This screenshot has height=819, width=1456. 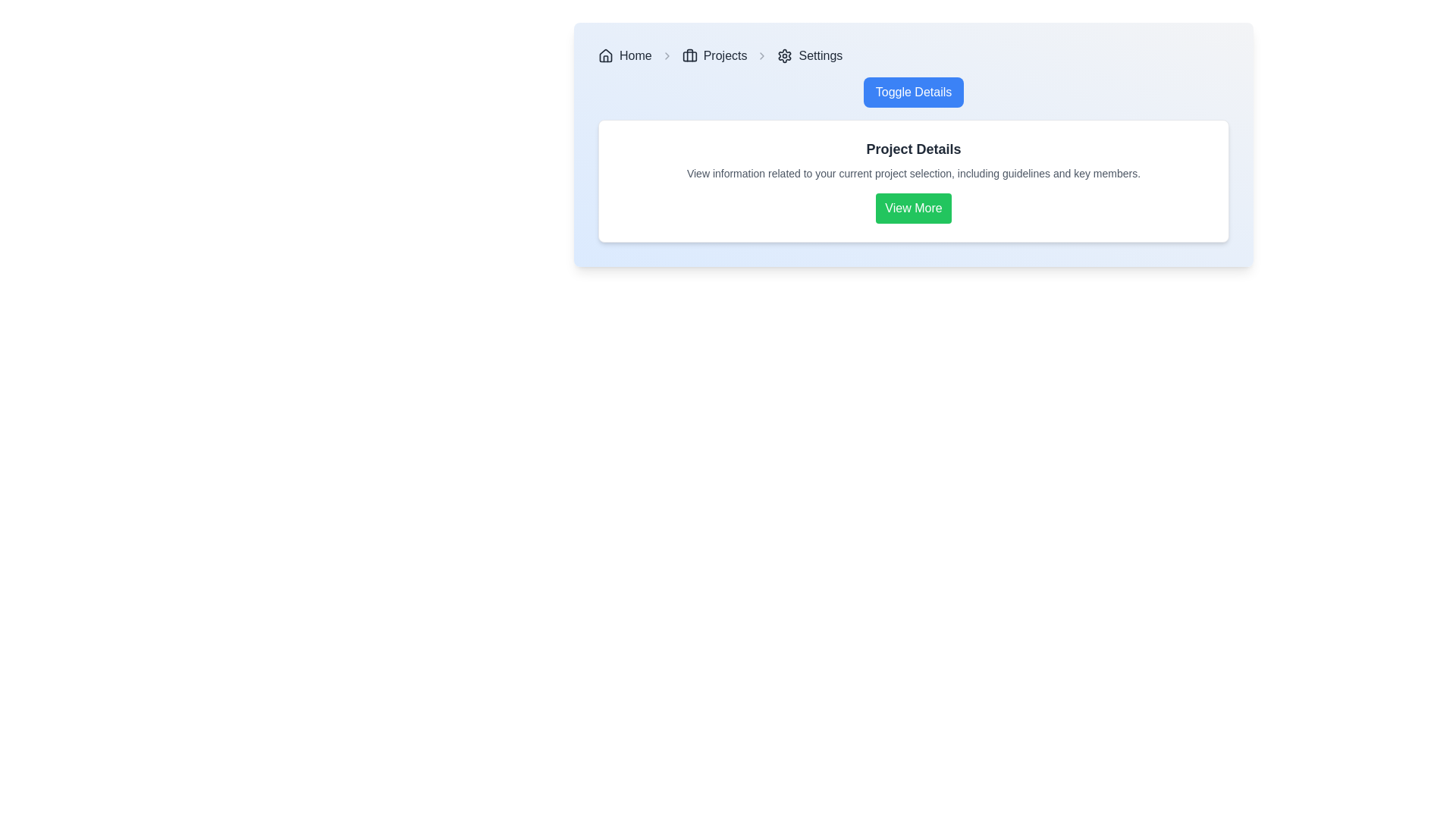 What do you see at coordinates (912, 172) in the screenshot?
I see `the supplementary information text label located beneath the 'Project Details' title and above the 'View More' green action button, within a white card` at bounding box center [912, 172].